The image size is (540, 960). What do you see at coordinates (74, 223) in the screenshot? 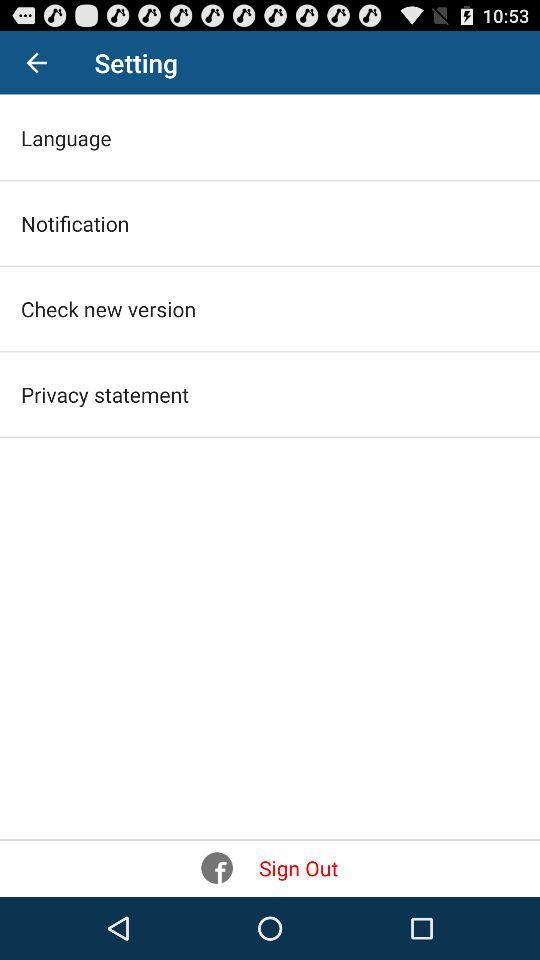
I see `the icon below language` at bounding box center [74, 223].